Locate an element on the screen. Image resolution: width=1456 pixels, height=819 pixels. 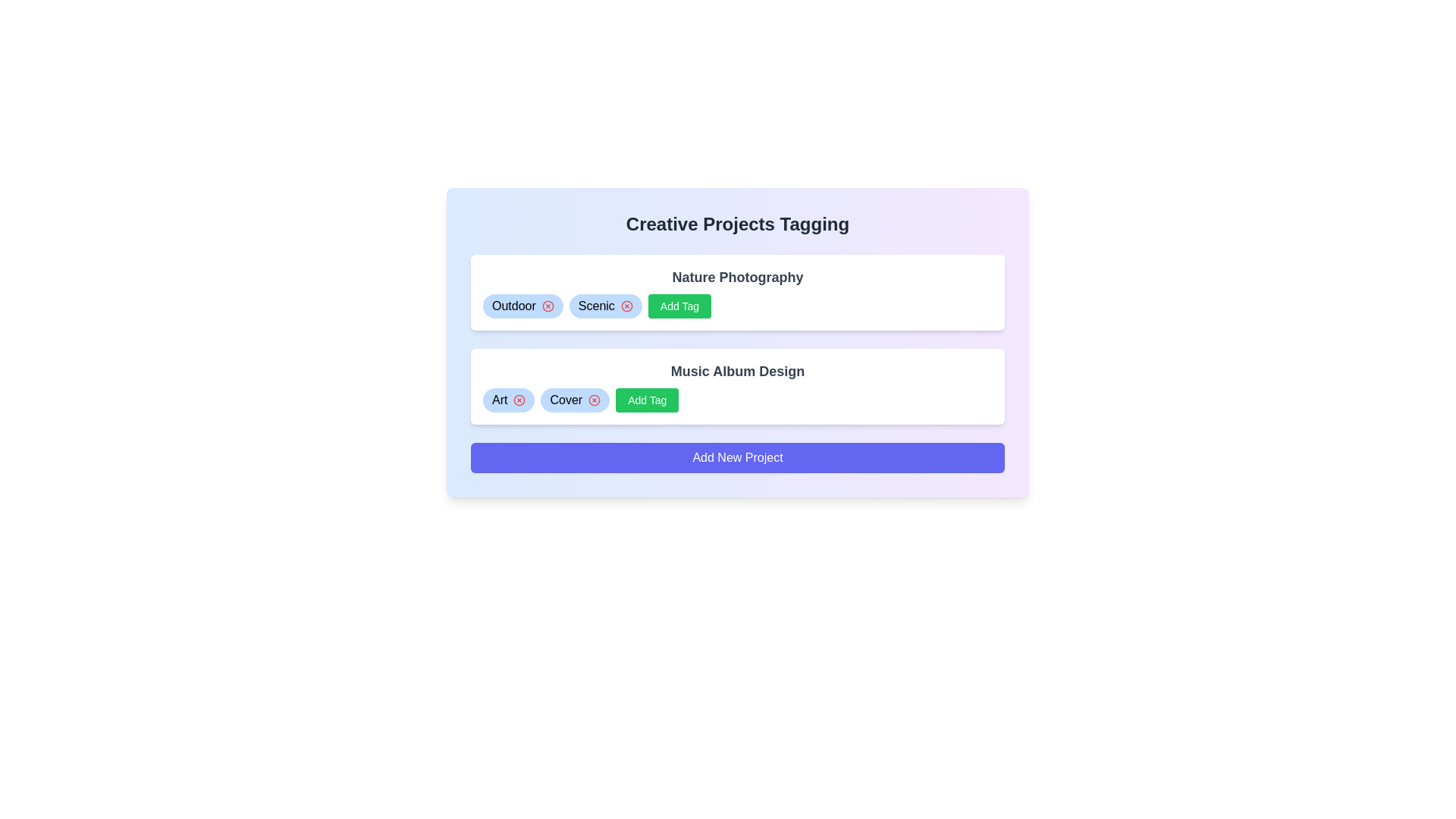
the icon button located to the right of the 'Scenic' tag is located at coordinates (626, 306).